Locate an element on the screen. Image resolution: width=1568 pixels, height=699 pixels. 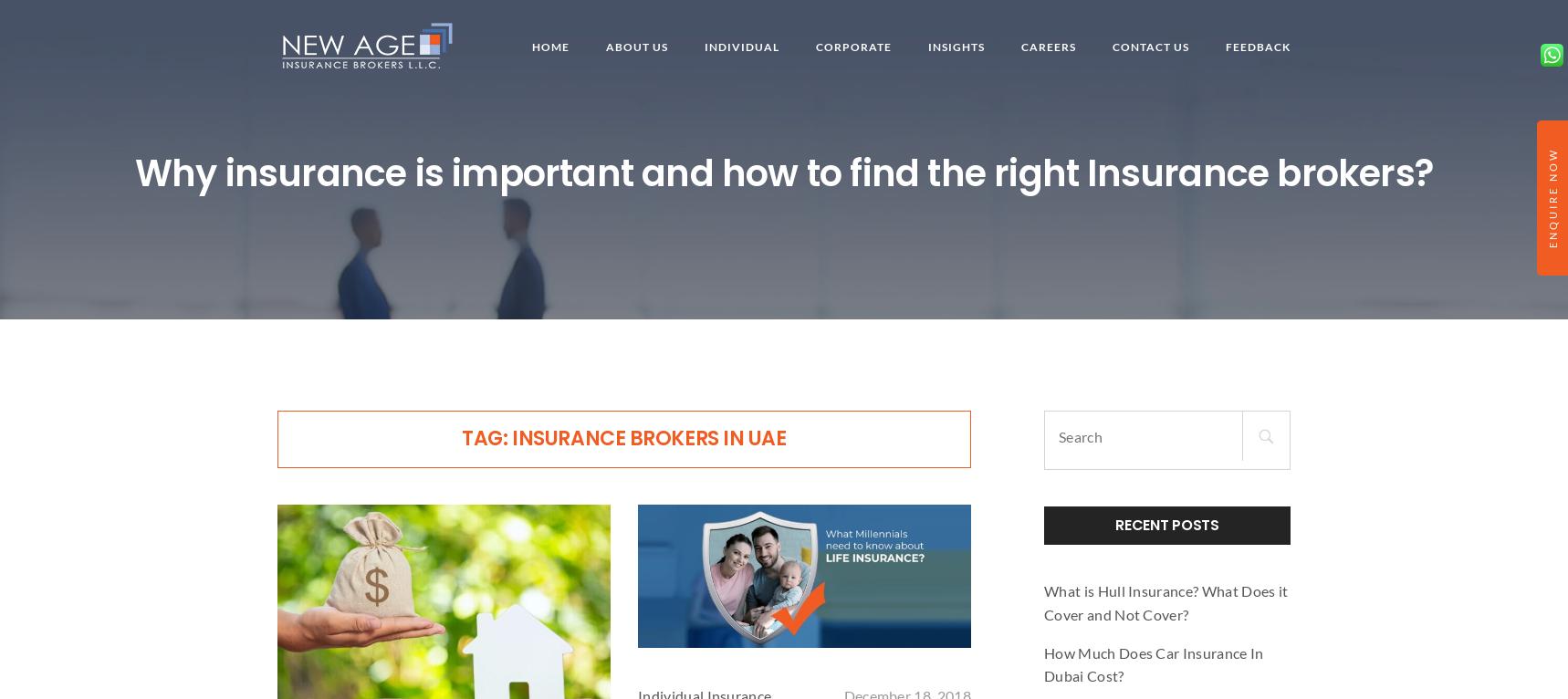
'What is Hull Insurance? What Does it Cover and Not Cover?' is located at coordinates (1165, 602).